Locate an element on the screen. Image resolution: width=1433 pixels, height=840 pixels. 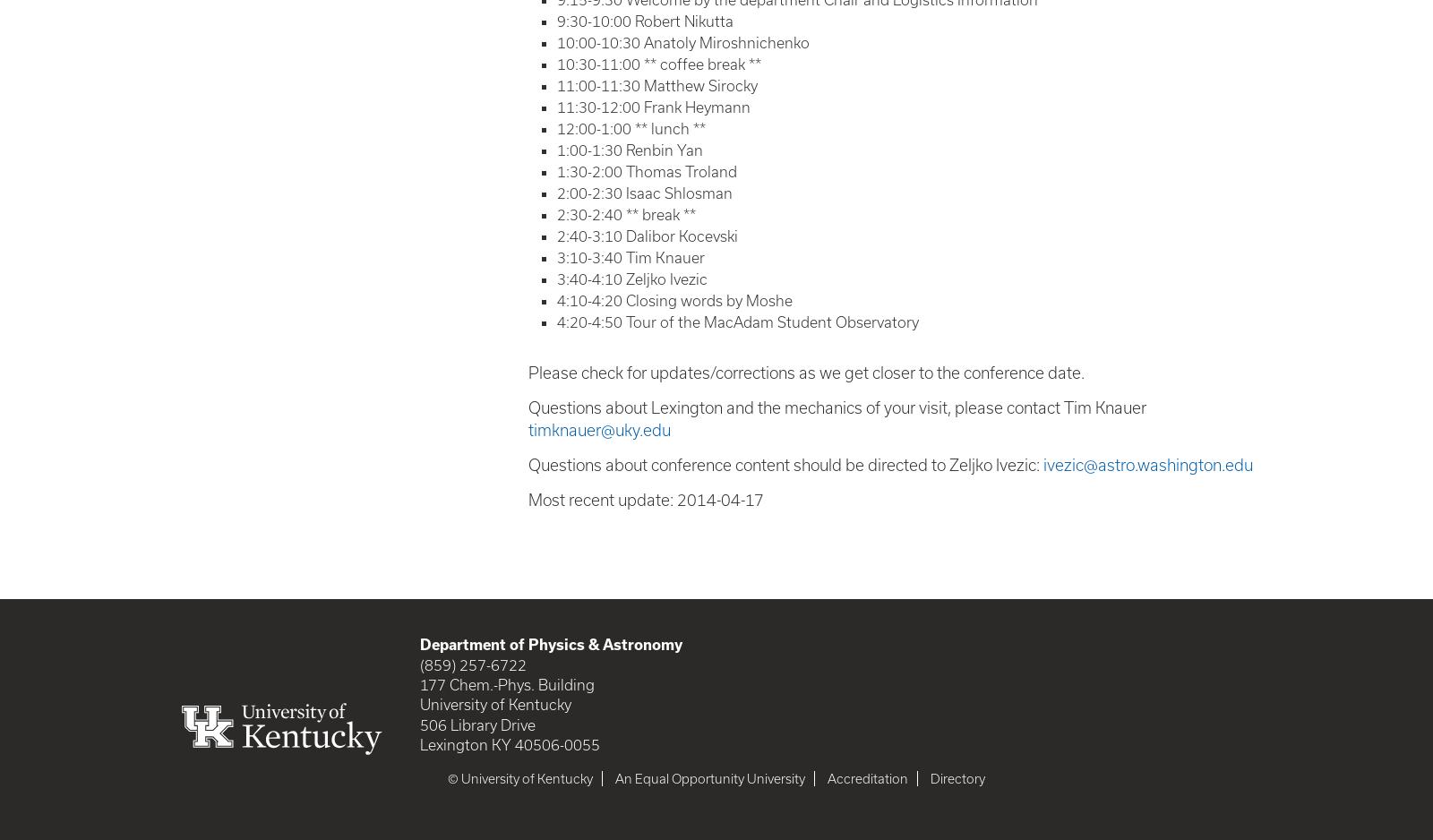
'11:30-12:00 Frank Heymann' is located at coordinates (654, 105).